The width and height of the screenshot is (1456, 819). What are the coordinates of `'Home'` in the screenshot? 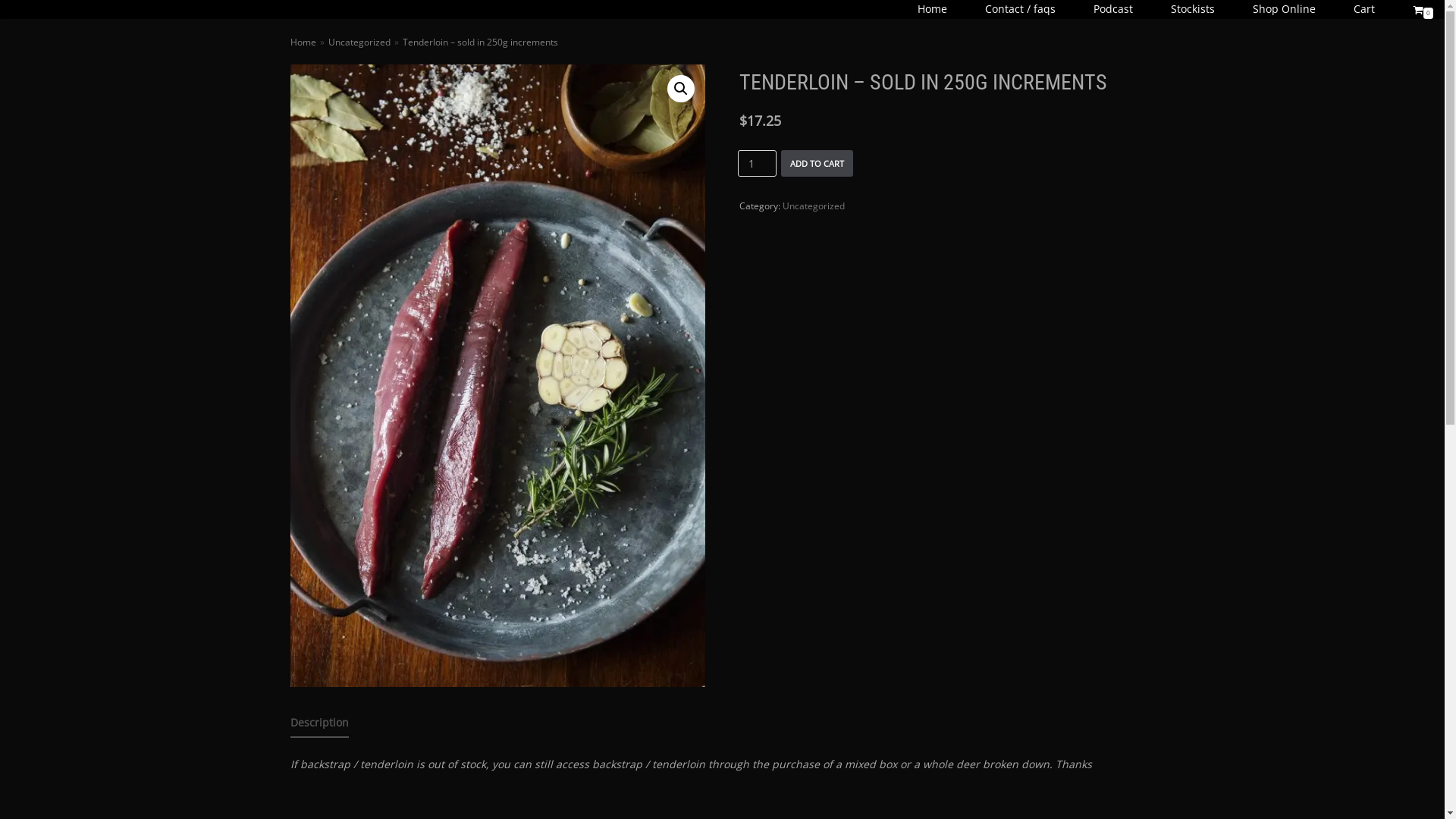 It's located at (302, 40).